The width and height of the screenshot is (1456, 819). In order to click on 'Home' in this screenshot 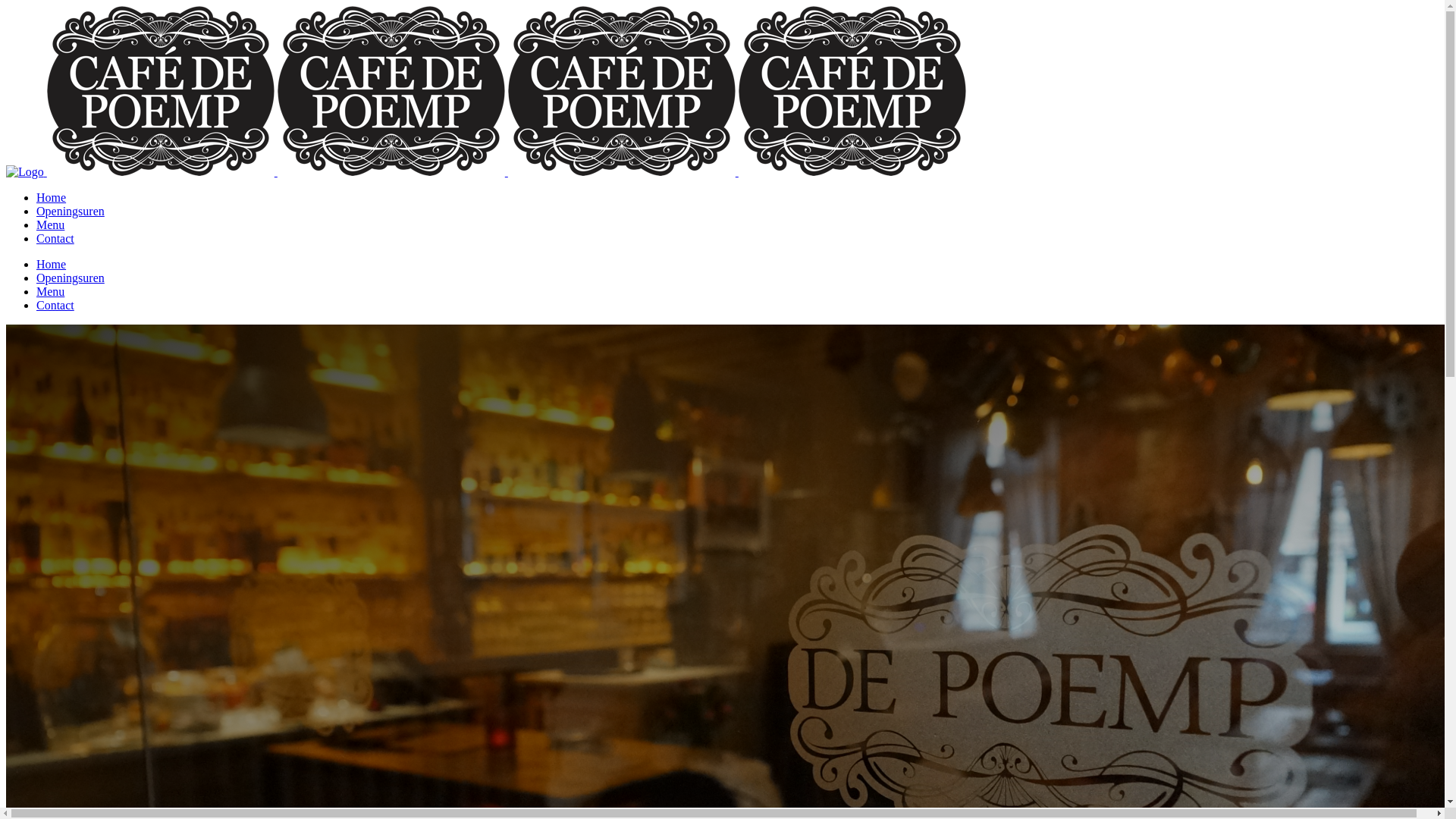, I will do `click(51, 196)`.